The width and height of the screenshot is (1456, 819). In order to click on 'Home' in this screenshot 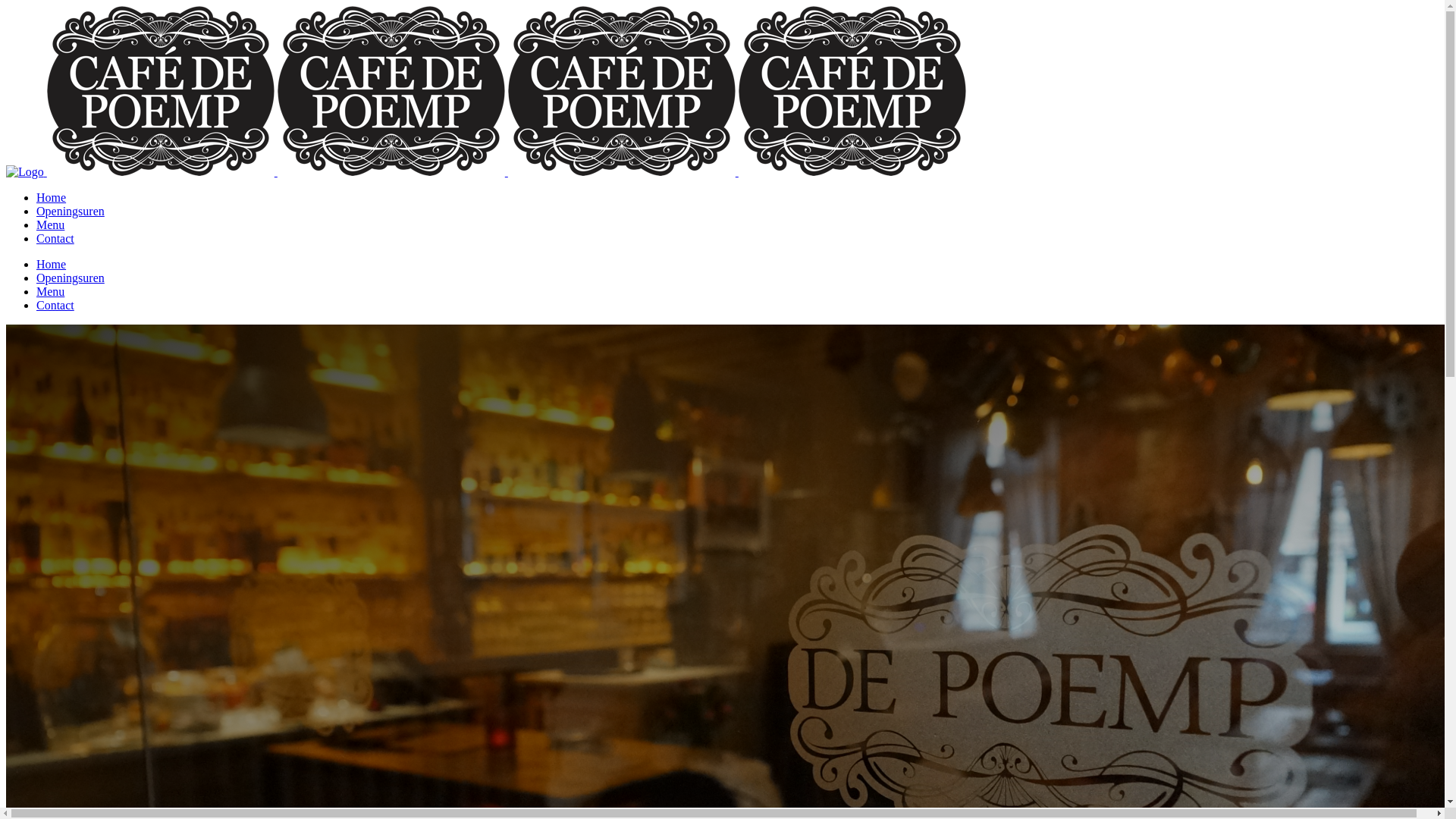, I will do `click(51, 196)`.